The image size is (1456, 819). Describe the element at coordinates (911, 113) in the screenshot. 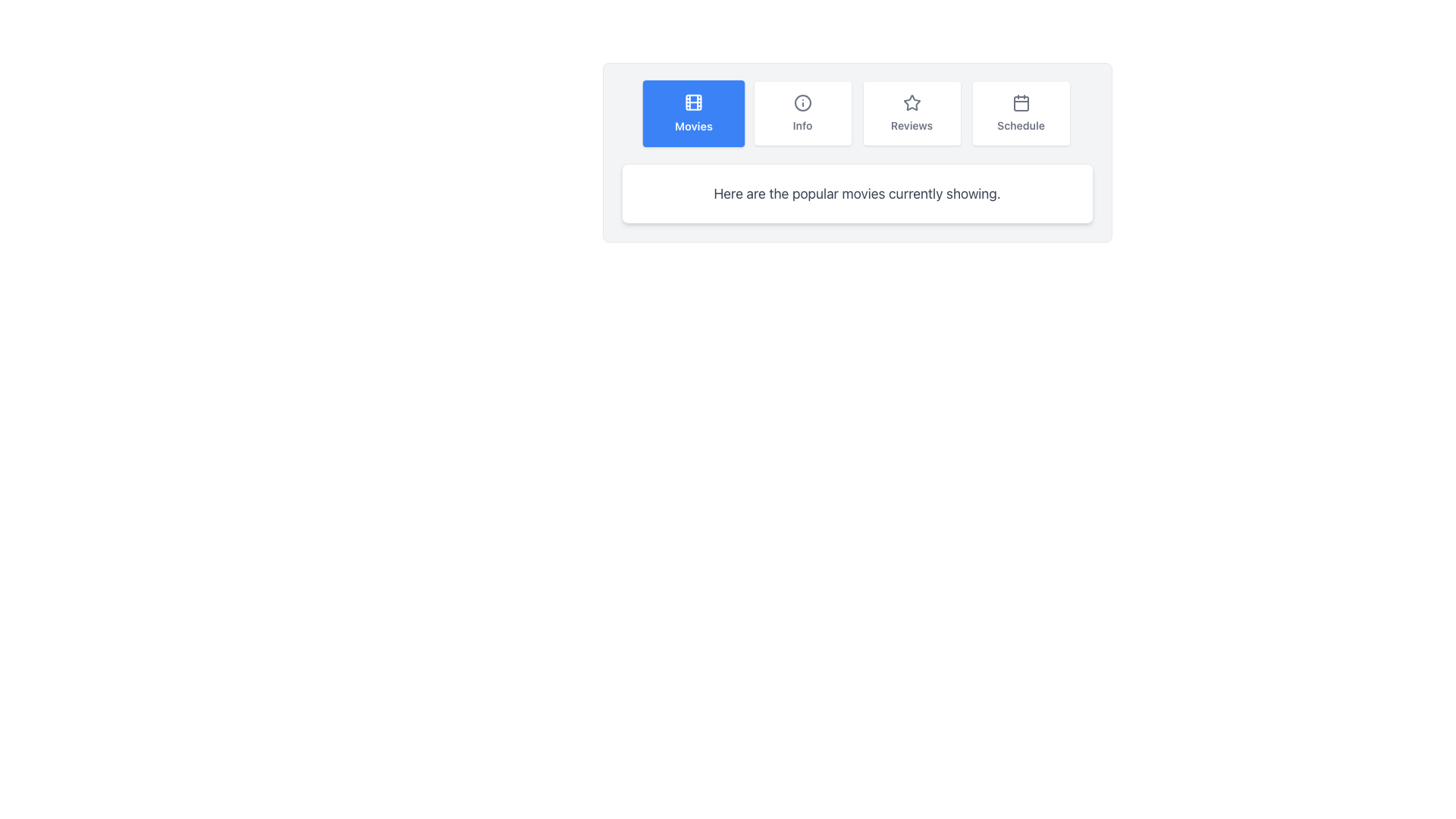

I see `the 'Reviews' button, which is a rectangular button with a white background and gray text, located between the 'Info' and 'Schedule' buttons in a horizontal arrangement` at that location.